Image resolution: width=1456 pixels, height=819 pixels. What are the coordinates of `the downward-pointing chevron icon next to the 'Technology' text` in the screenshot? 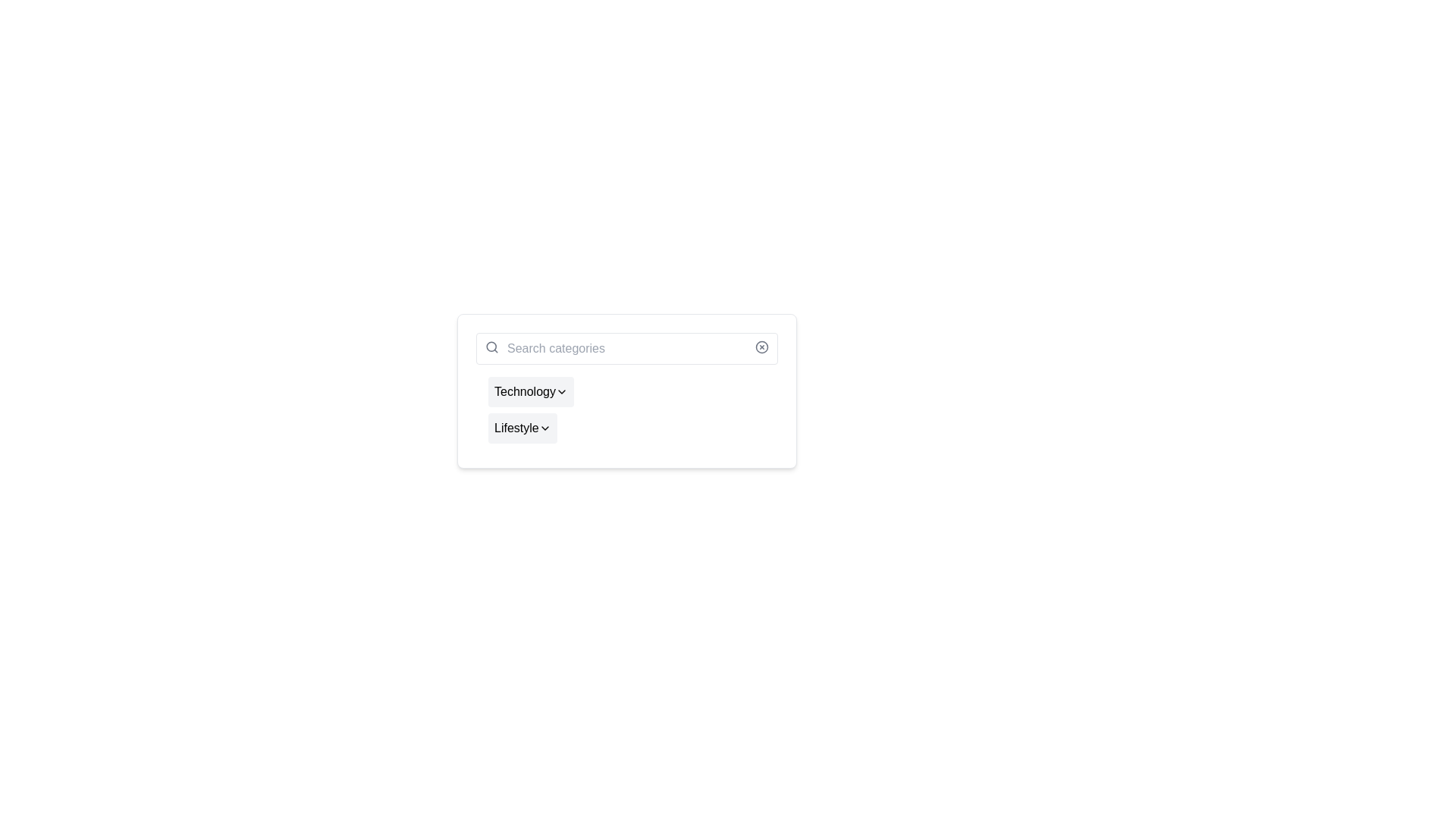 It's located at (560, 391).